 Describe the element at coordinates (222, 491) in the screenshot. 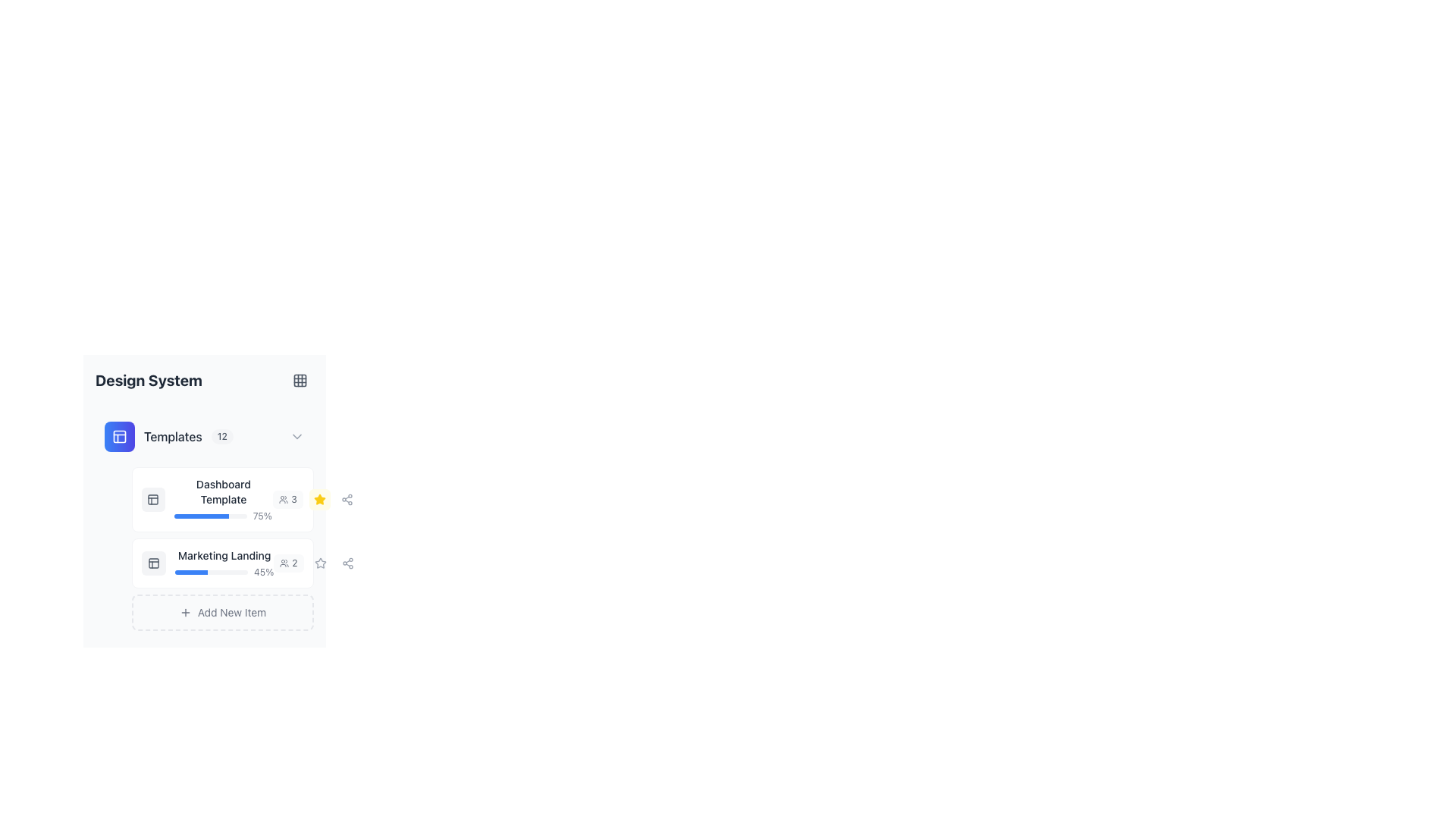

I see `text label titled 'Dashboard Template' located at the top of the card in the 'Templates' section` at that location.